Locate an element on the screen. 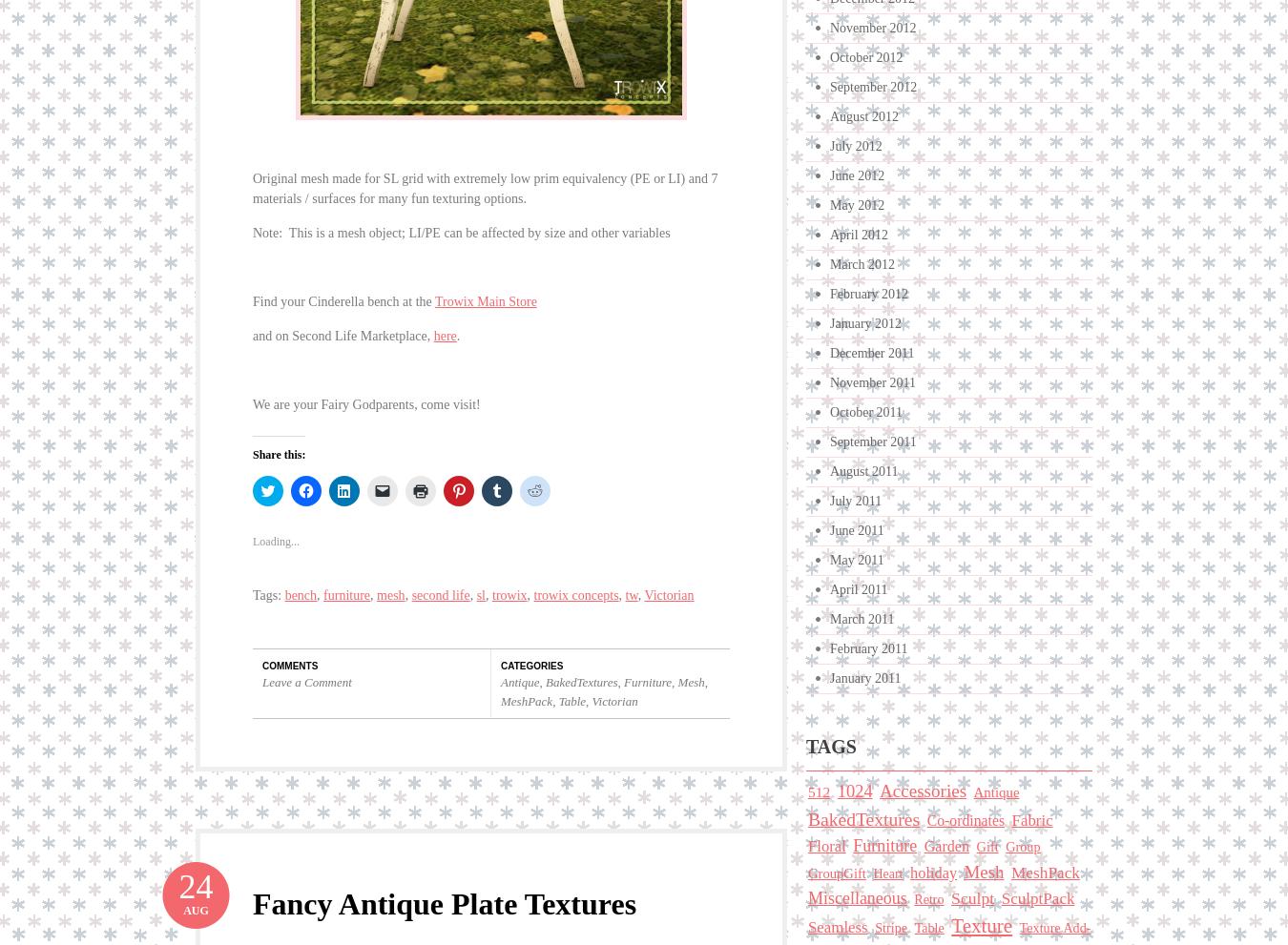  'tw' is located at coordinates (631, 590).